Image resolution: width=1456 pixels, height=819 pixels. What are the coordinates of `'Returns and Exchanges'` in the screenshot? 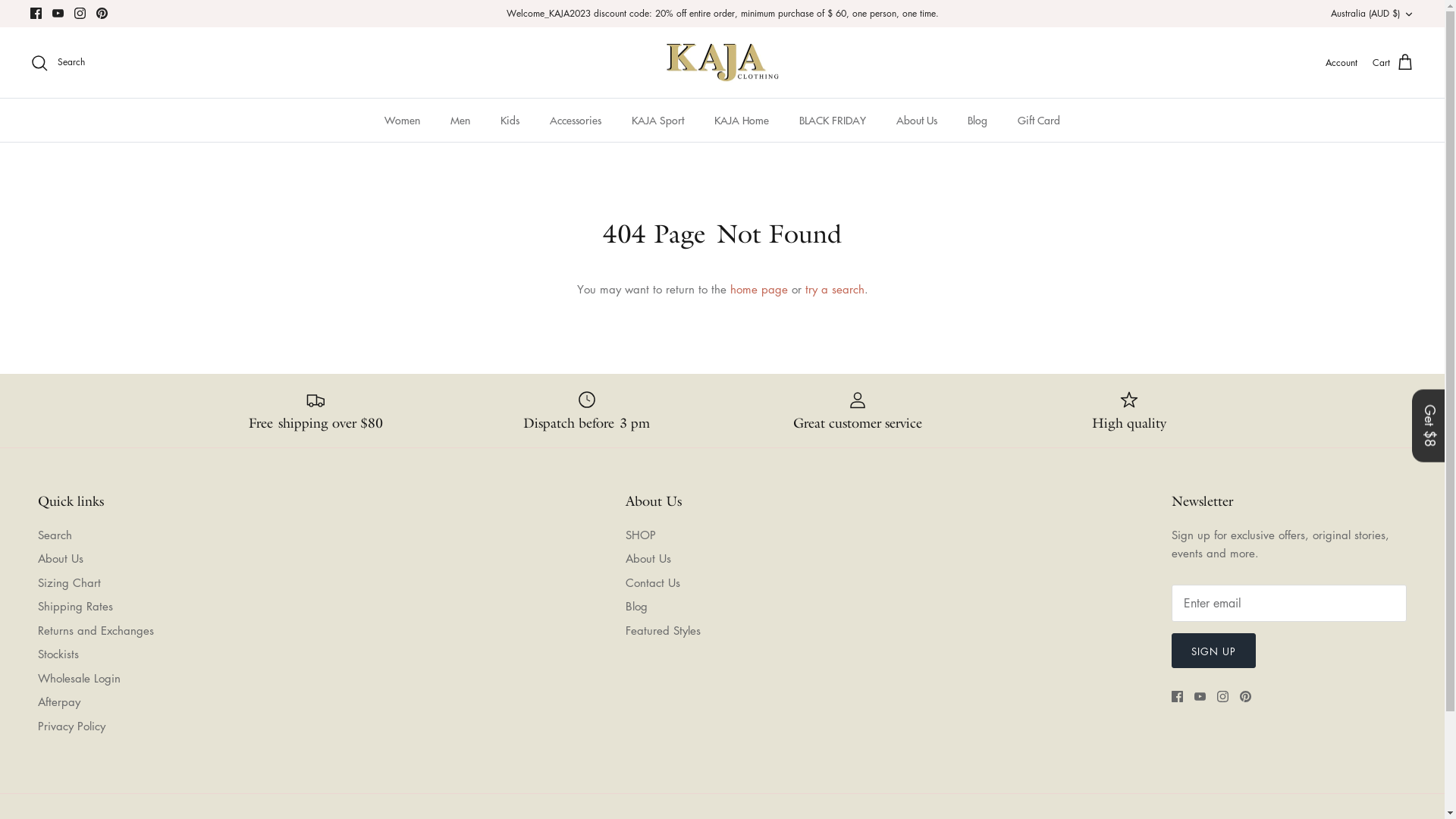 It's located at (95, 629).